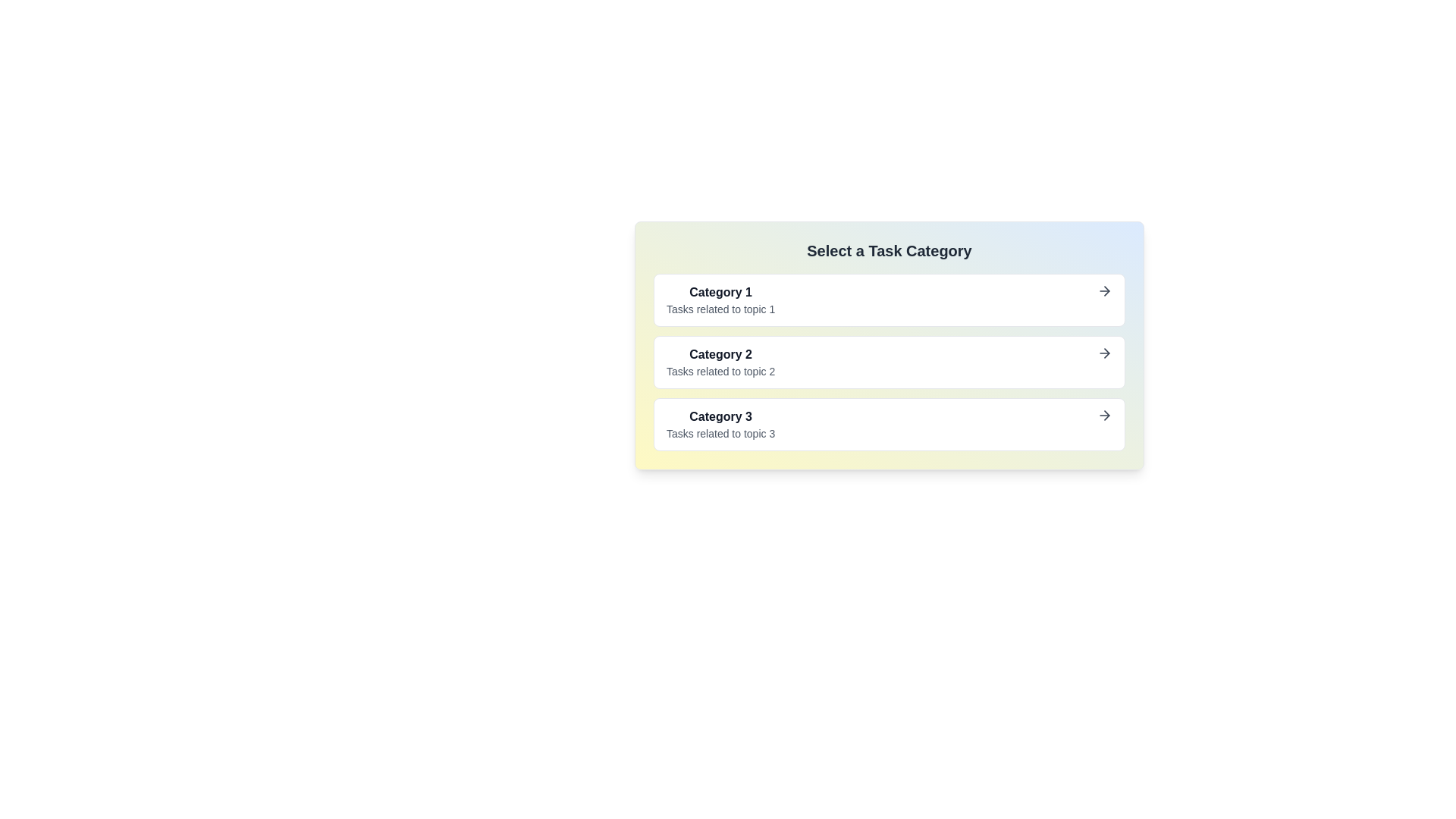 Image resolution: width=1456 pixels, height=819 pixels. Describe the element at coordinates (720, 371) in the screenshot. I see `the static text label that provides a description for 'Category 2', located centrally beneath the title 'Category 2'` at that location.